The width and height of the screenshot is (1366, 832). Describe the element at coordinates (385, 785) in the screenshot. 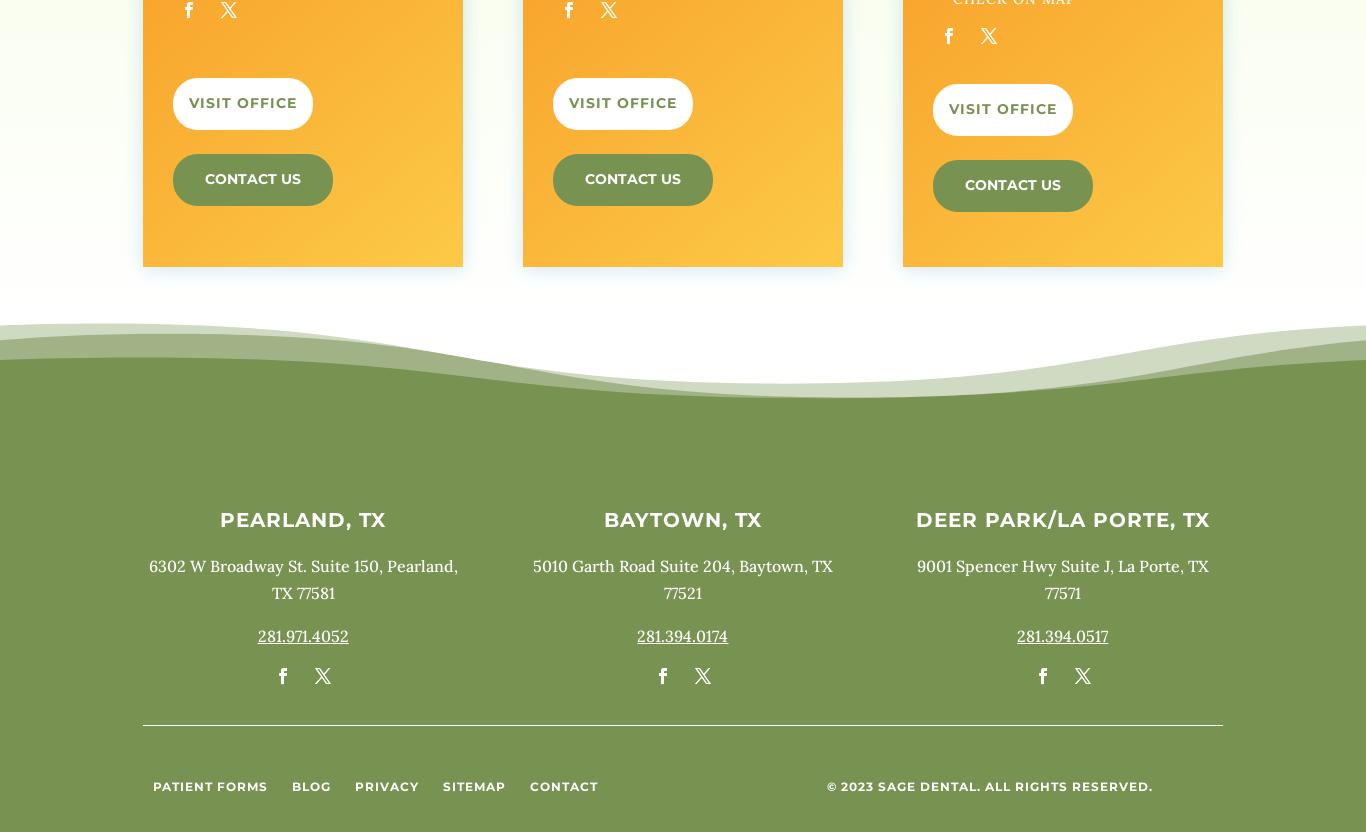

I see `'Privacy'` at that location.